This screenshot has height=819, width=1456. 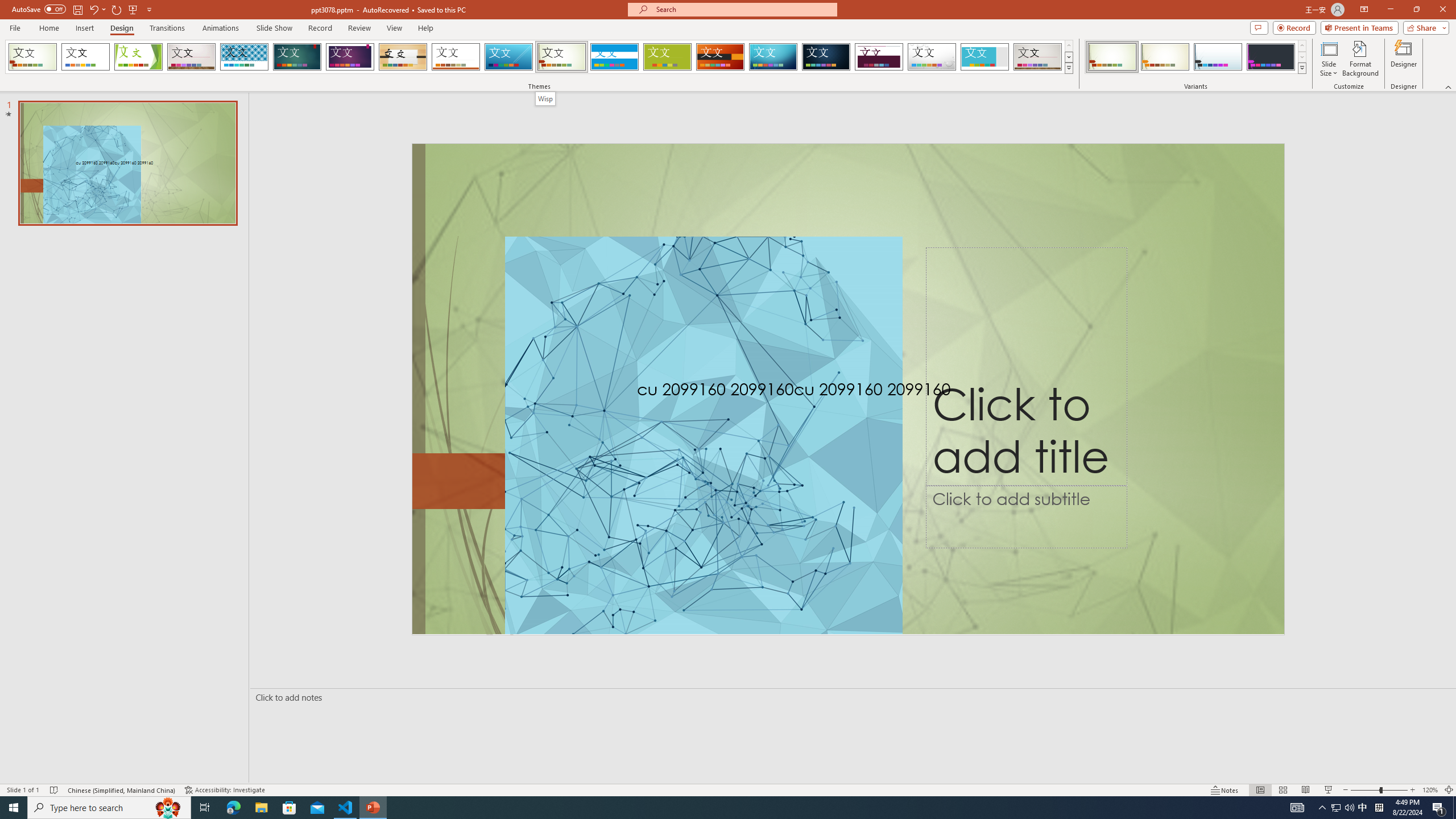 I want to click on 'Slide Sorter', so click(x=1282, y=790).